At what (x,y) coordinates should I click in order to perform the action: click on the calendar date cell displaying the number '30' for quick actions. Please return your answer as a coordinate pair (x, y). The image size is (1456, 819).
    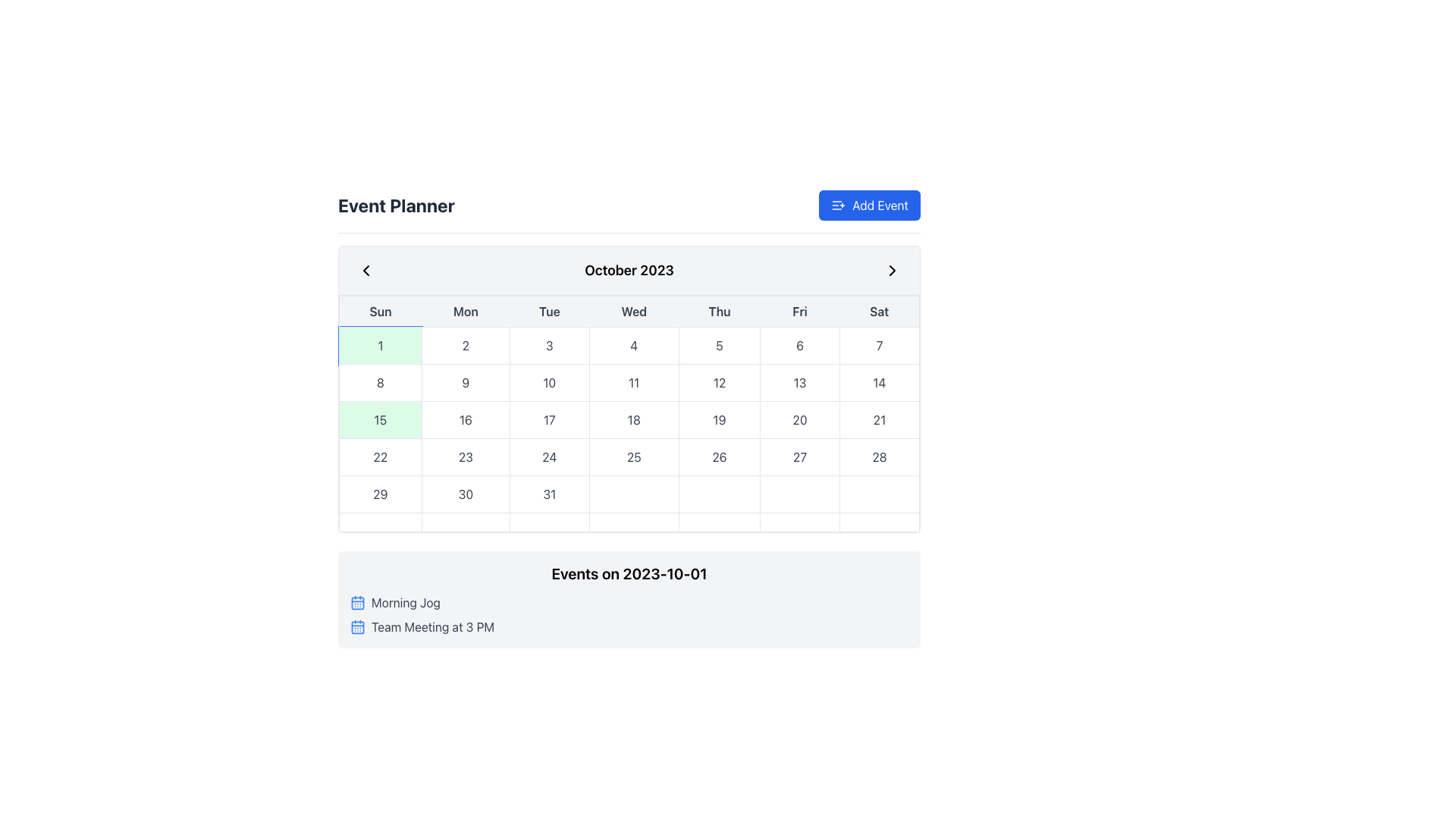
    Looking at the image, I should click on (465, 494).